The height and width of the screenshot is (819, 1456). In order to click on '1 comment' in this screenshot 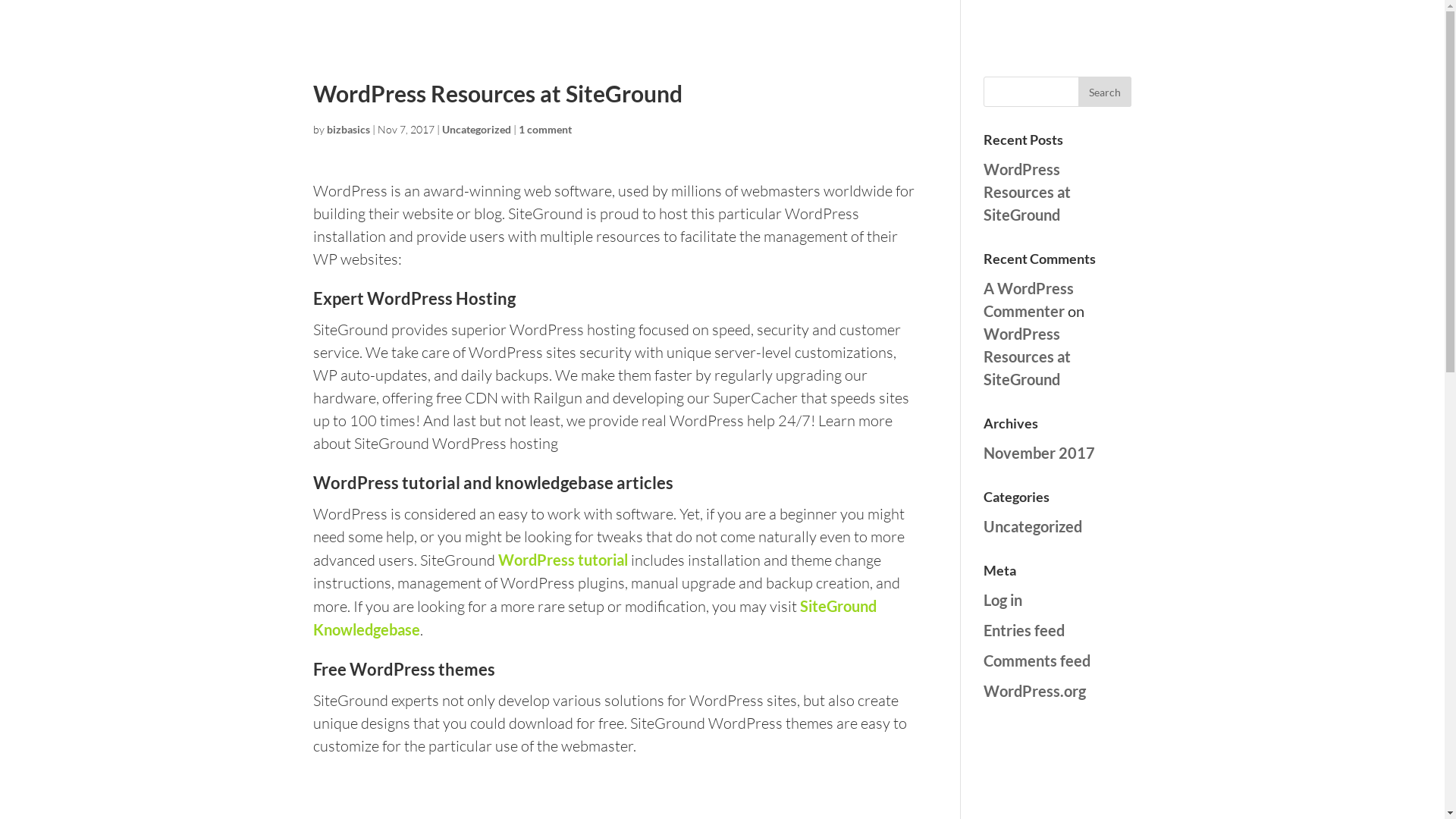, I will do `click(545, 128)`.